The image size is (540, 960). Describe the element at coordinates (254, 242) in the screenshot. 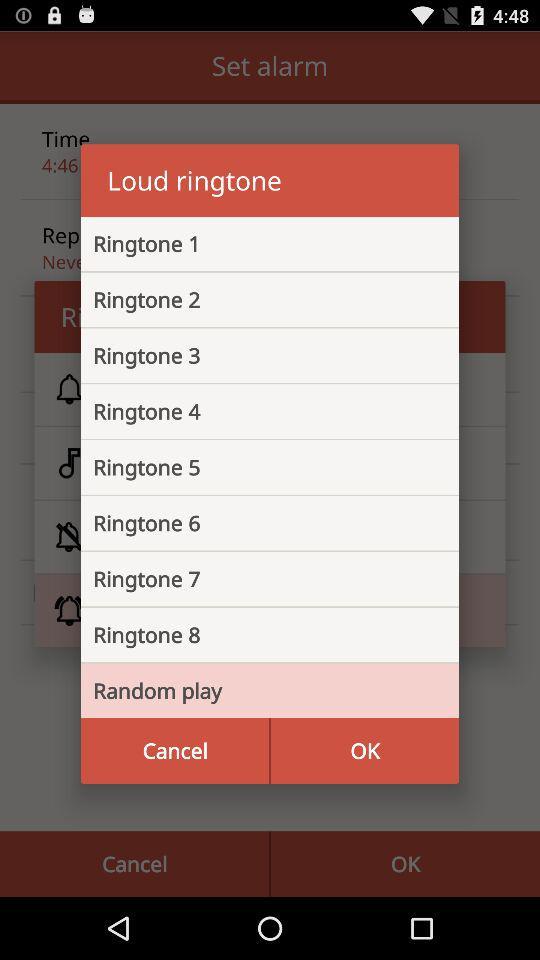

I see `ringtone 1 icon` at that location.